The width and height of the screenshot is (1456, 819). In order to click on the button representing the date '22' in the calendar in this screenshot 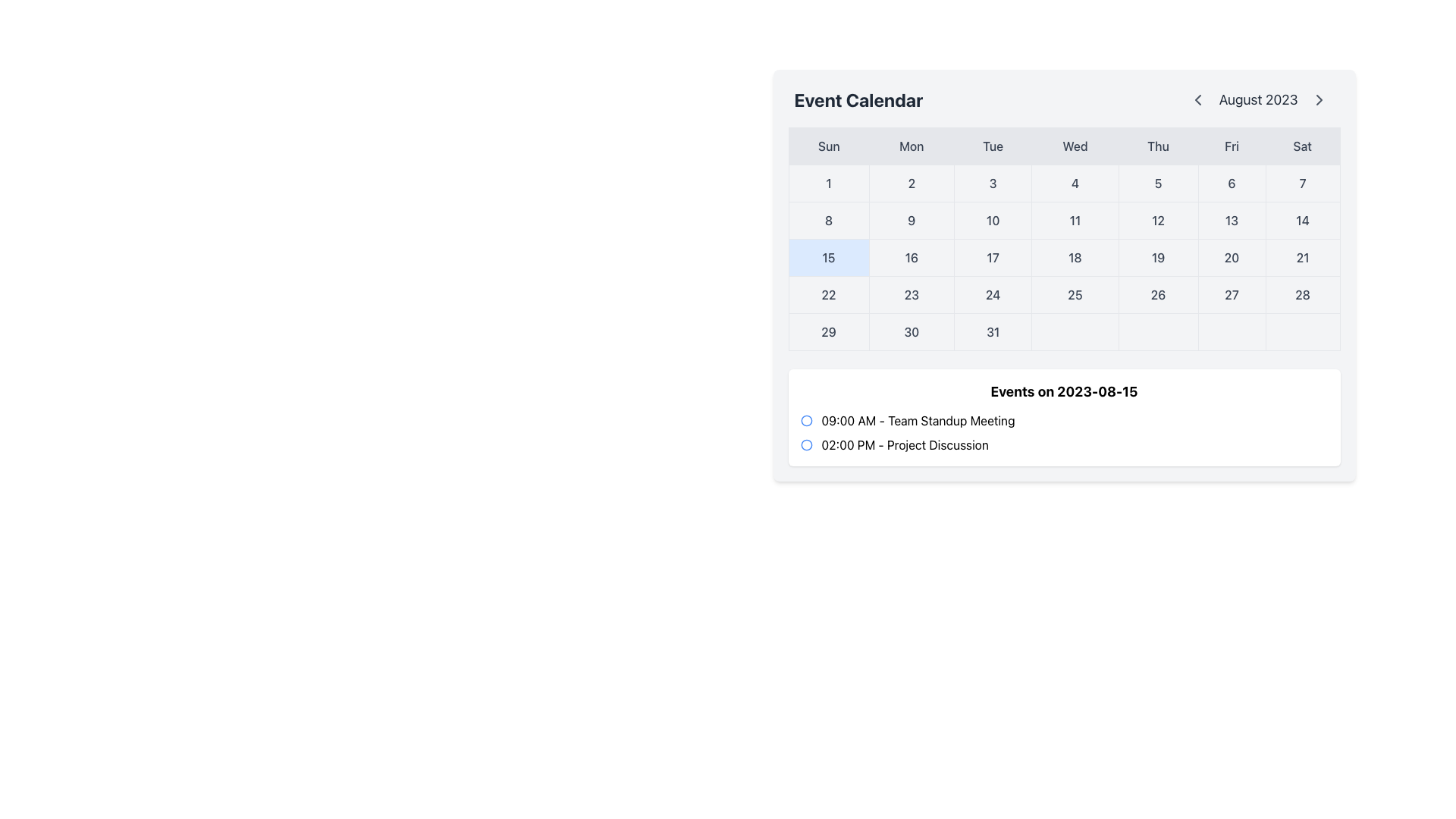, I will do `click(828, 295)`.